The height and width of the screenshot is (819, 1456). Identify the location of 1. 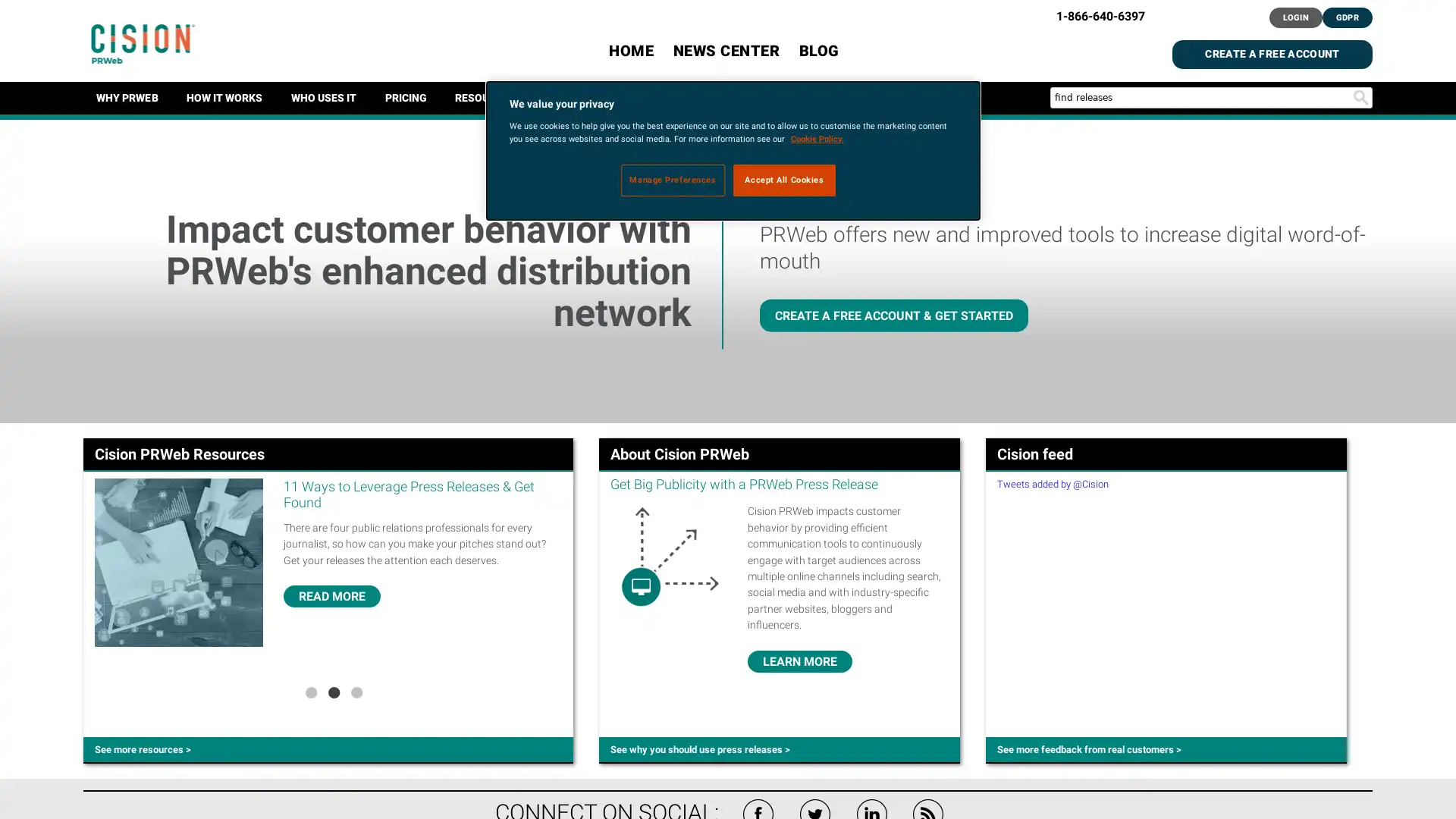
(309, 691).